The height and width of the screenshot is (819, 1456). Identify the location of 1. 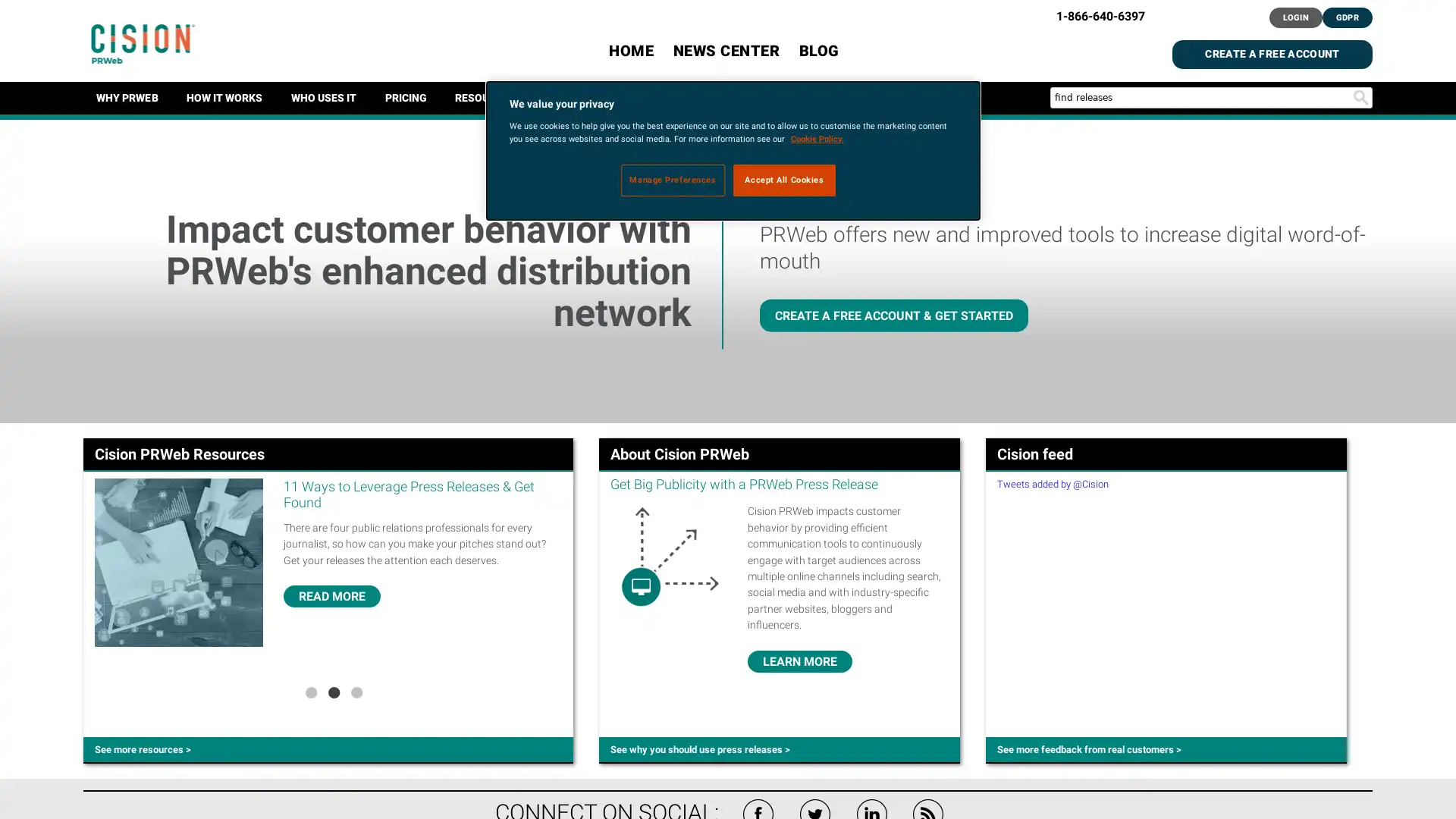
(309, 691).